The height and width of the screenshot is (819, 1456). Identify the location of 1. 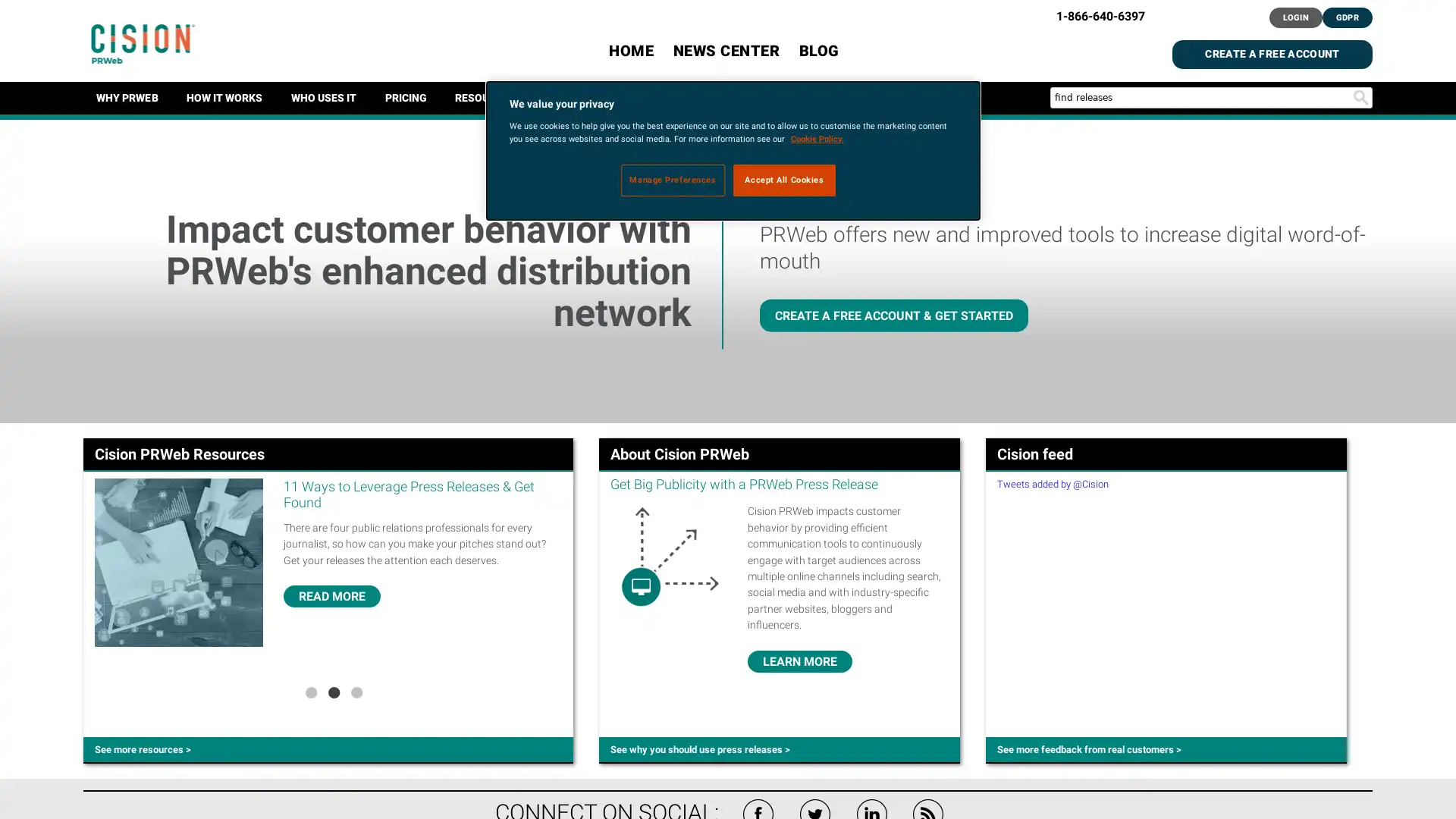
(309, 691).